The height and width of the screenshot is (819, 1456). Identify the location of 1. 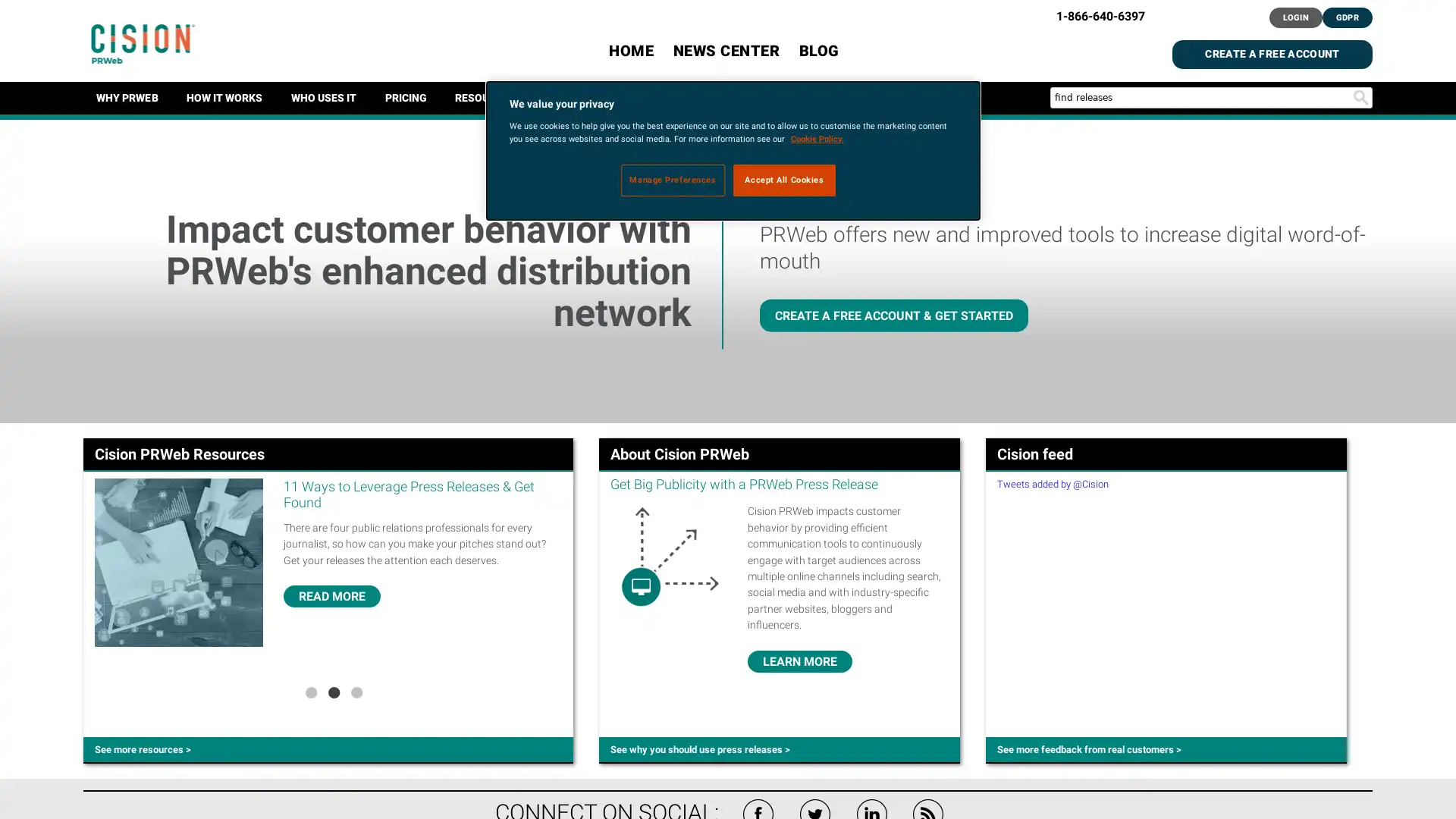
(309, 691).